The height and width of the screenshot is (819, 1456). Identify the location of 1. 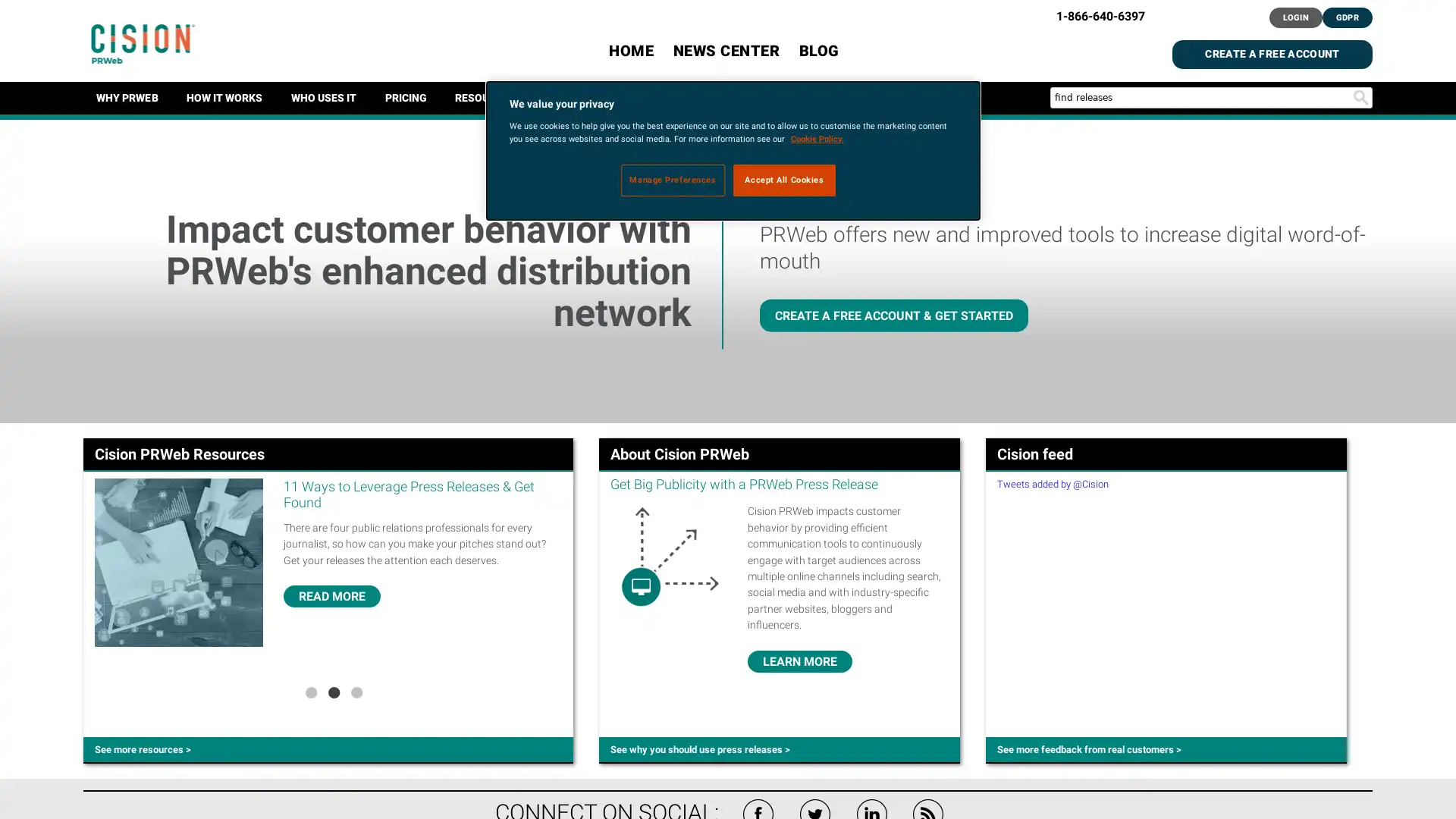
(309, 691).